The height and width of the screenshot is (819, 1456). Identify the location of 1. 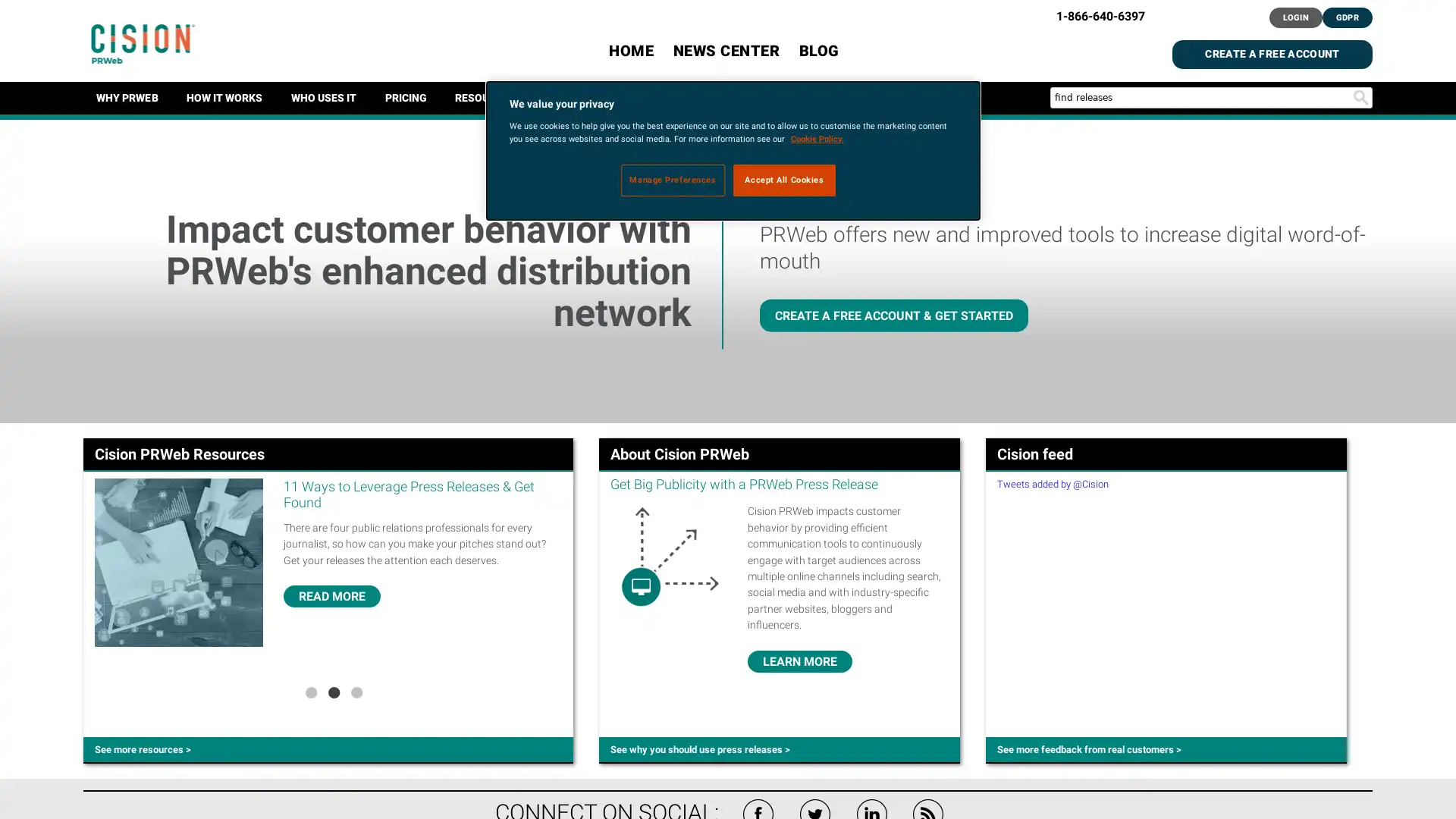
(309, 691).